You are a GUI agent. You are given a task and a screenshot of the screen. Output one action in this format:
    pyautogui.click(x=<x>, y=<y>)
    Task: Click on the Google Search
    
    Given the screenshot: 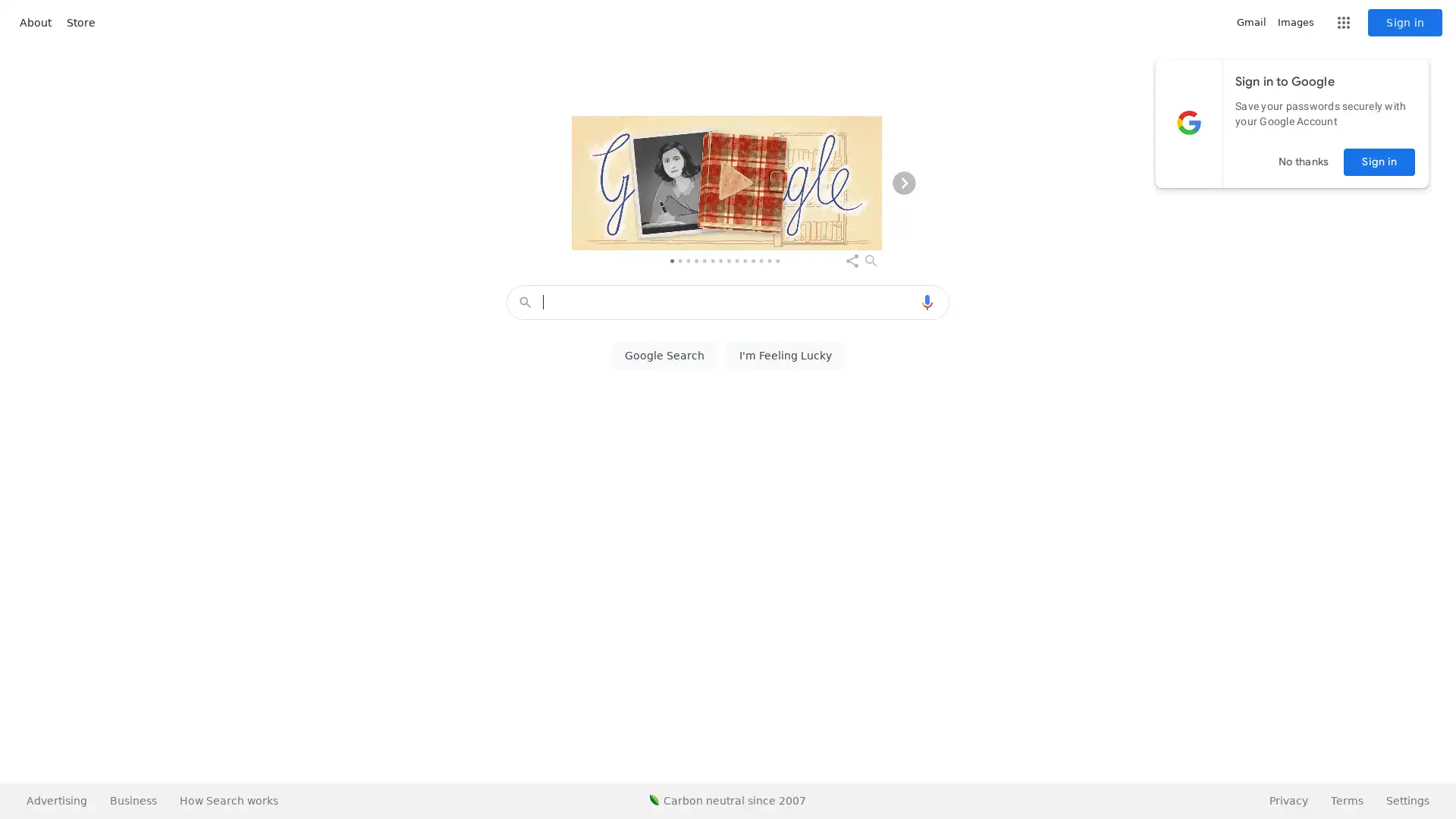 What is the action you would take?
    pyautogui.click(x=664, y=356)
    